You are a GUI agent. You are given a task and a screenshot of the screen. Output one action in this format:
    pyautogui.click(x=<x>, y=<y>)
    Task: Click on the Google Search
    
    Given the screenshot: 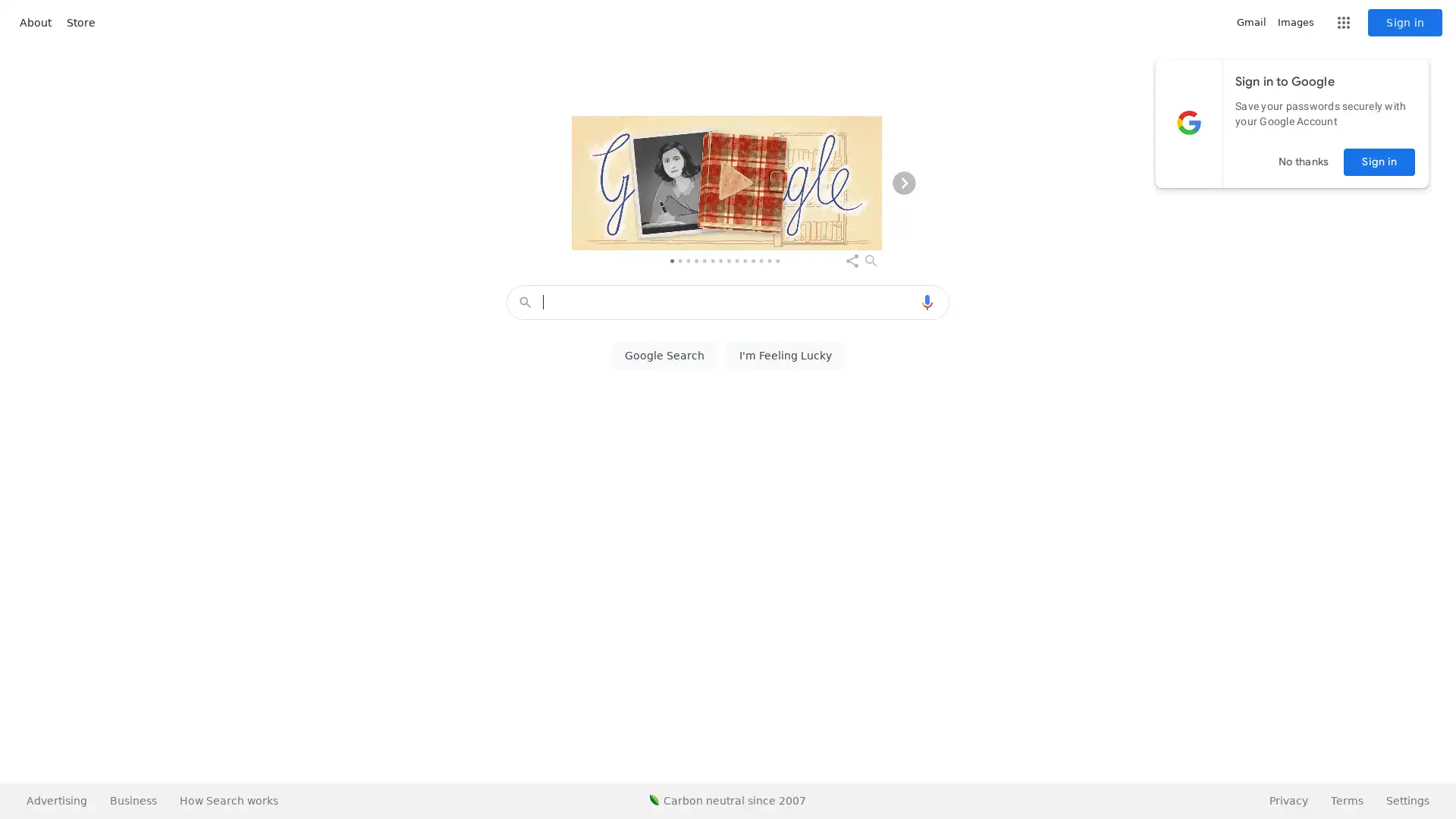 What is the action you would take?
    pyautogui.click(x=664, y=356)
    